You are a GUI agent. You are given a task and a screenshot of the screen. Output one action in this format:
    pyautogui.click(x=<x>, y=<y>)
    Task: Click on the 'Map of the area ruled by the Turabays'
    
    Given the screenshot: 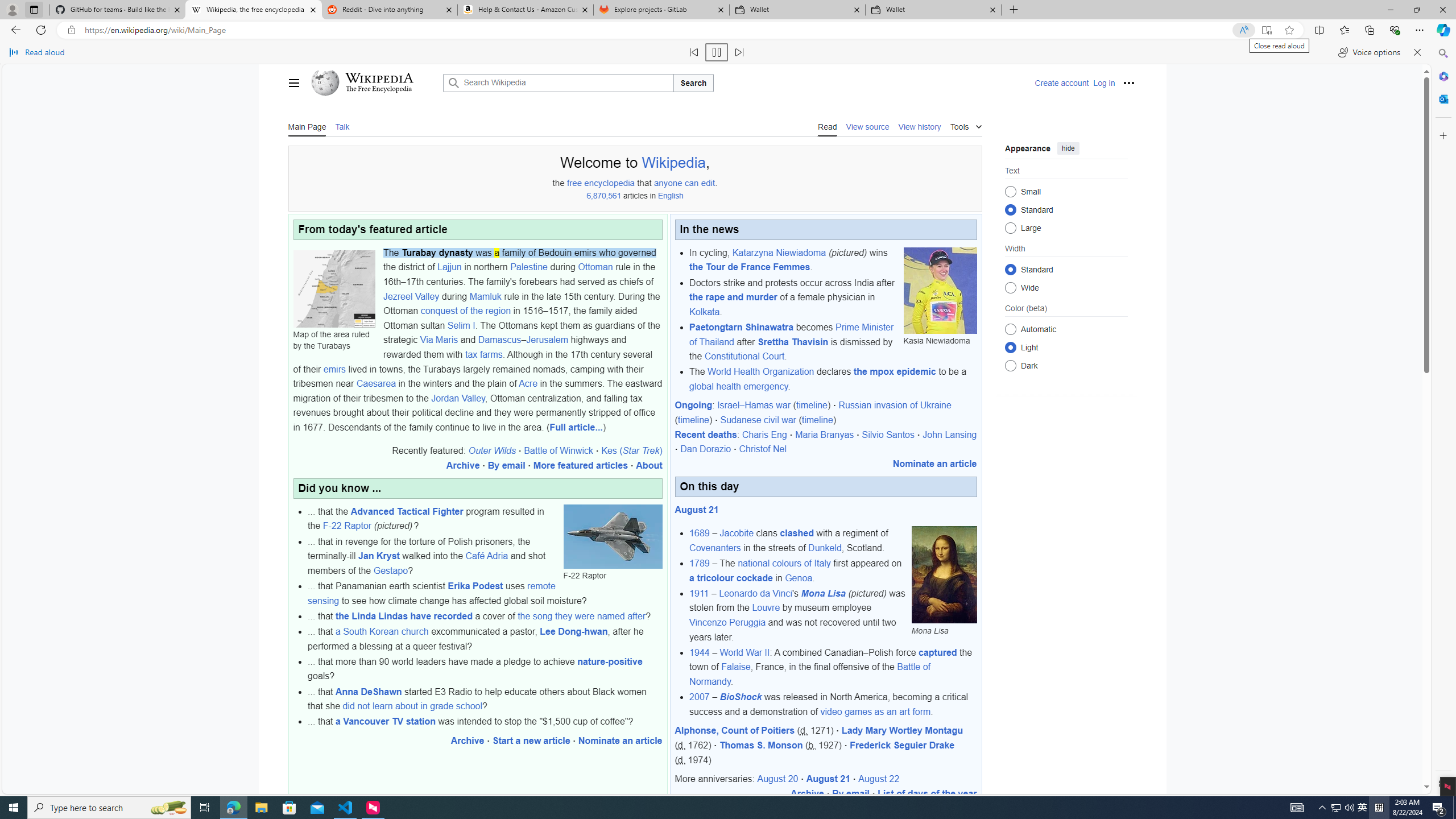 What is the action you would take?
    pyautogui.click(x=334, y=288)
    